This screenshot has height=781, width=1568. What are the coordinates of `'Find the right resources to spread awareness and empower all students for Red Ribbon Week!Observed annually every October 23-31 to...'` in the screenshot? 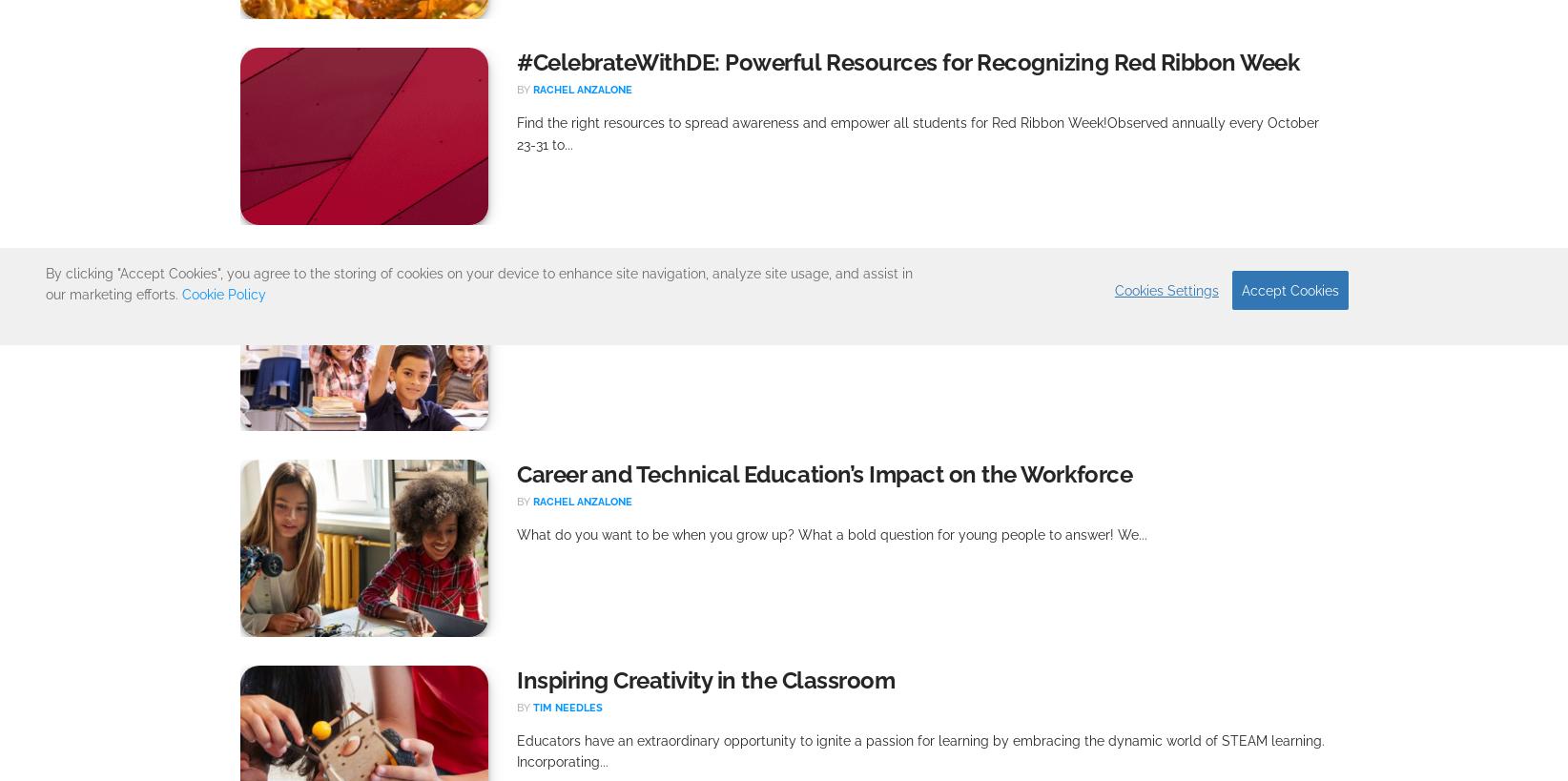 It's located at (516, 132).